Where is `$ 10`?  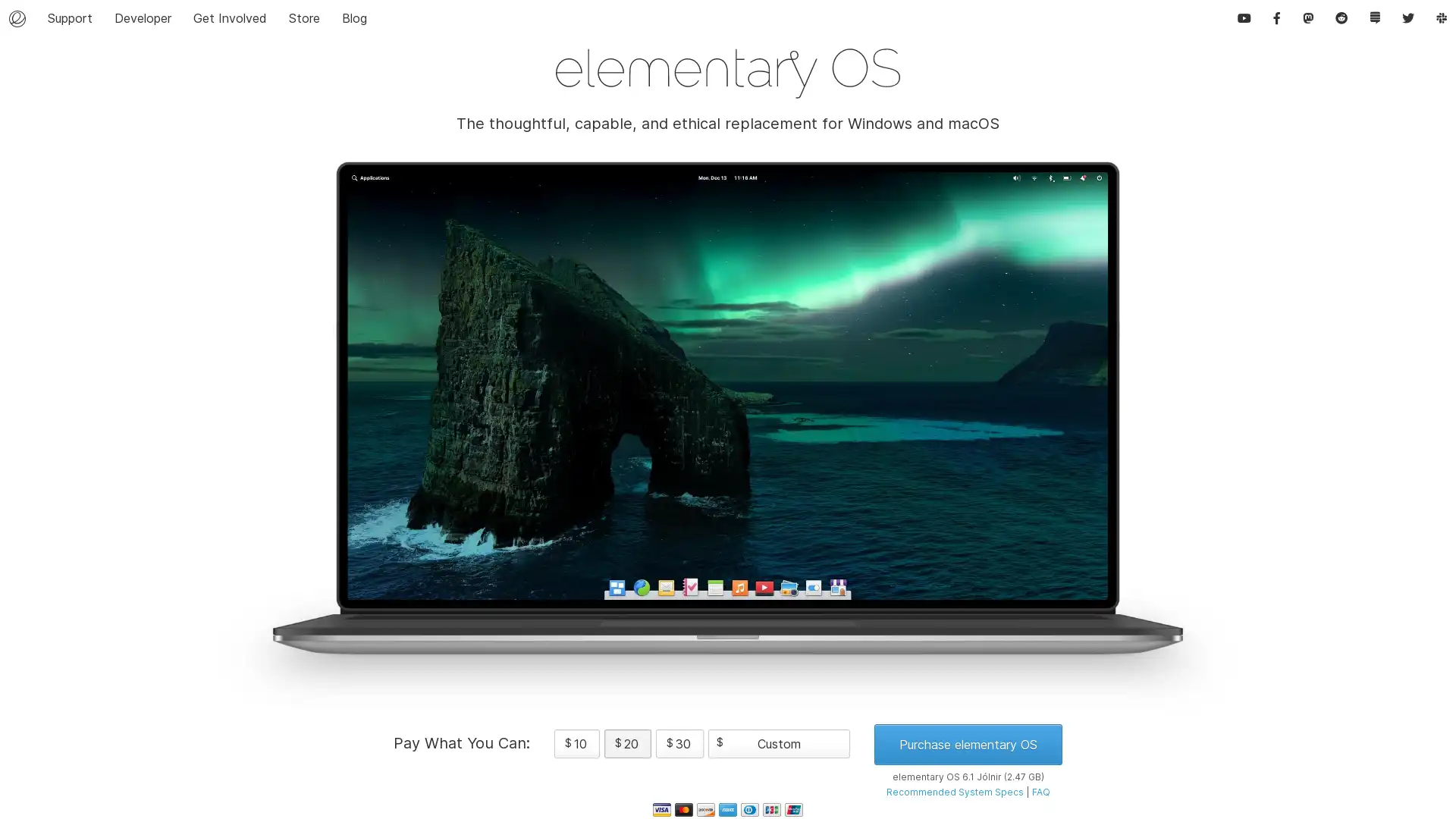
$ 10 is located at coordinates (576, 742).